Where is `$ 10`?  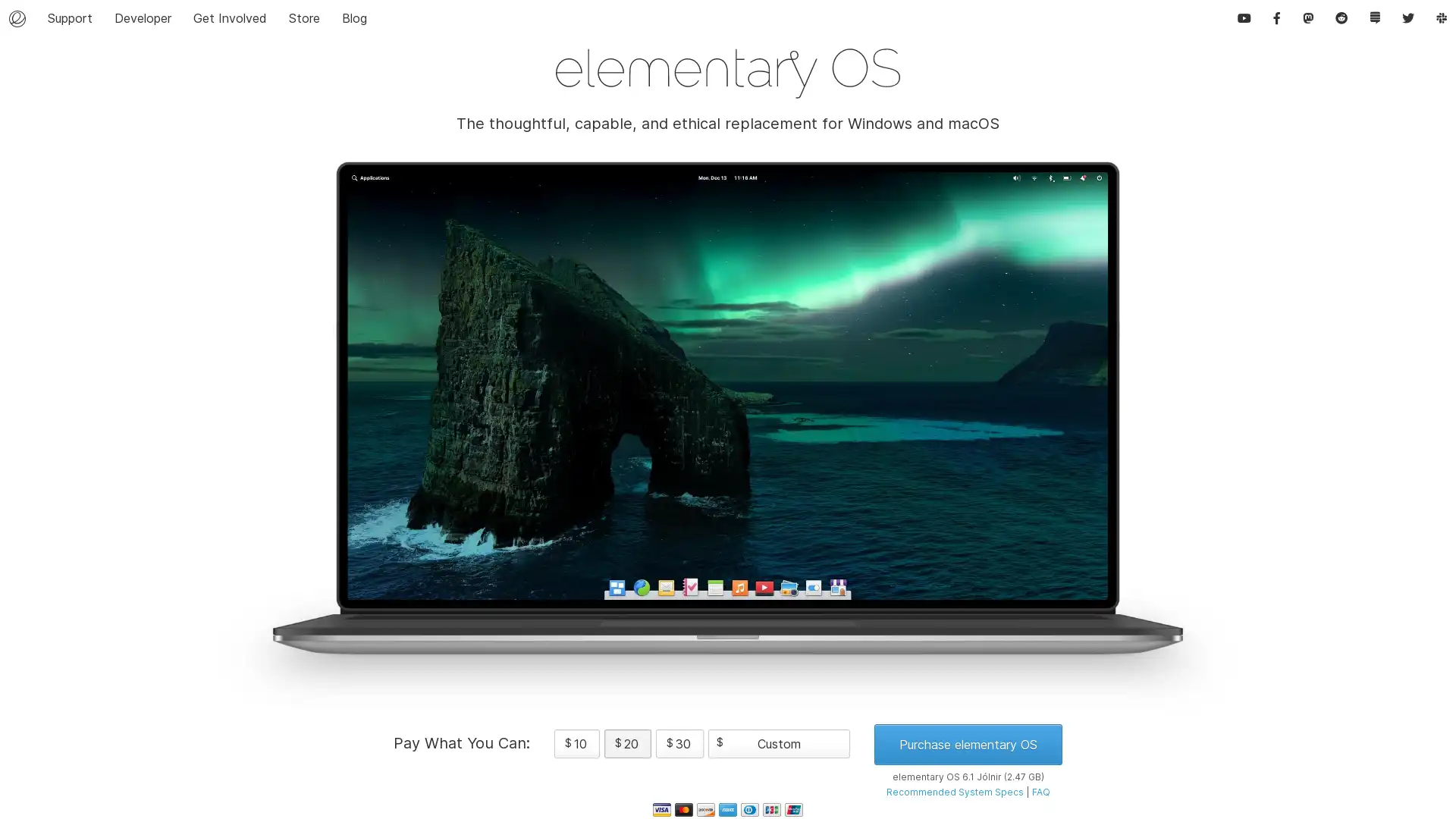
$ 10 is located at coordinates (576, 742).